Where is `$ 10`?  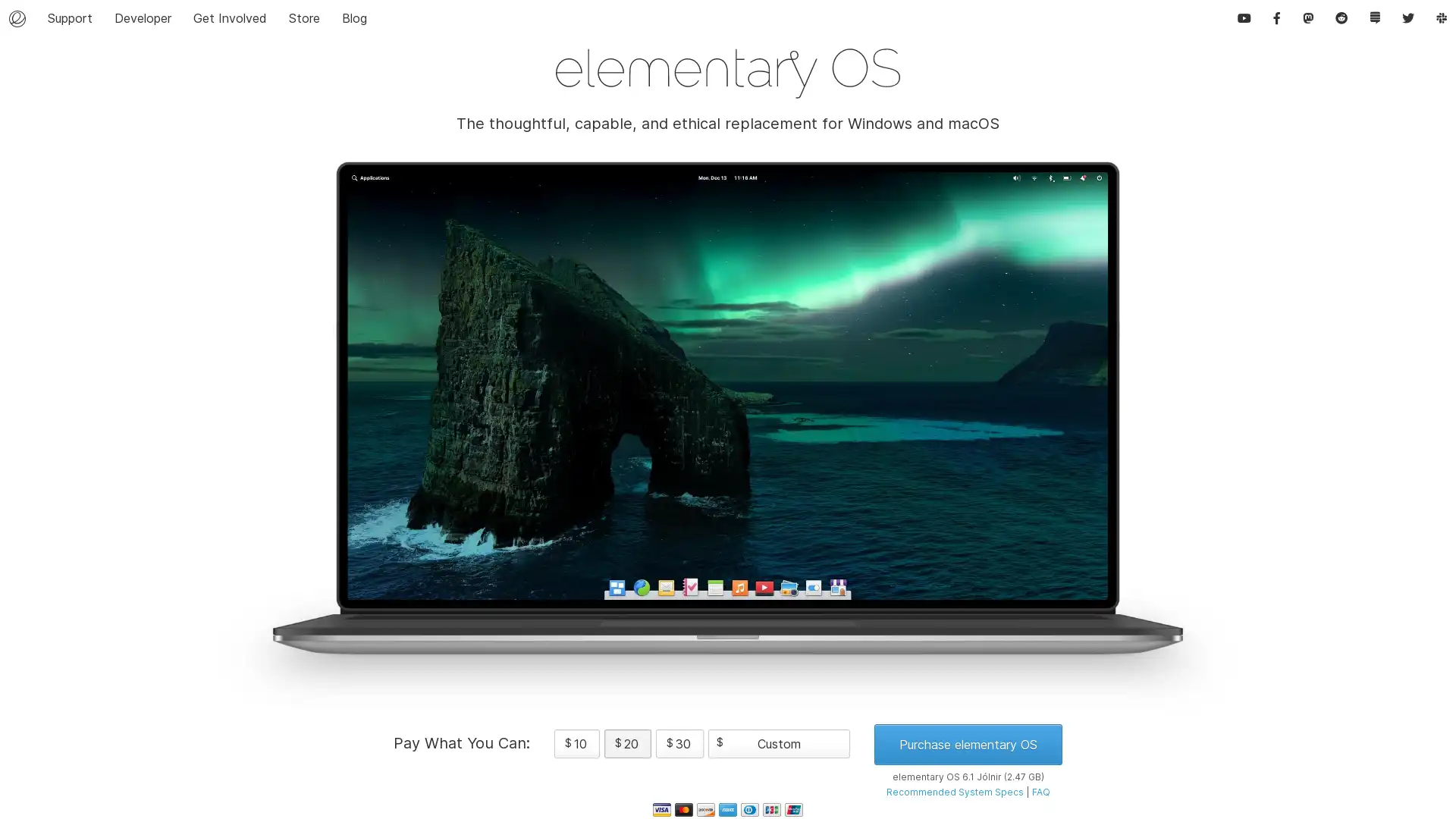
$ 10 is located at coordinates (576, 742).